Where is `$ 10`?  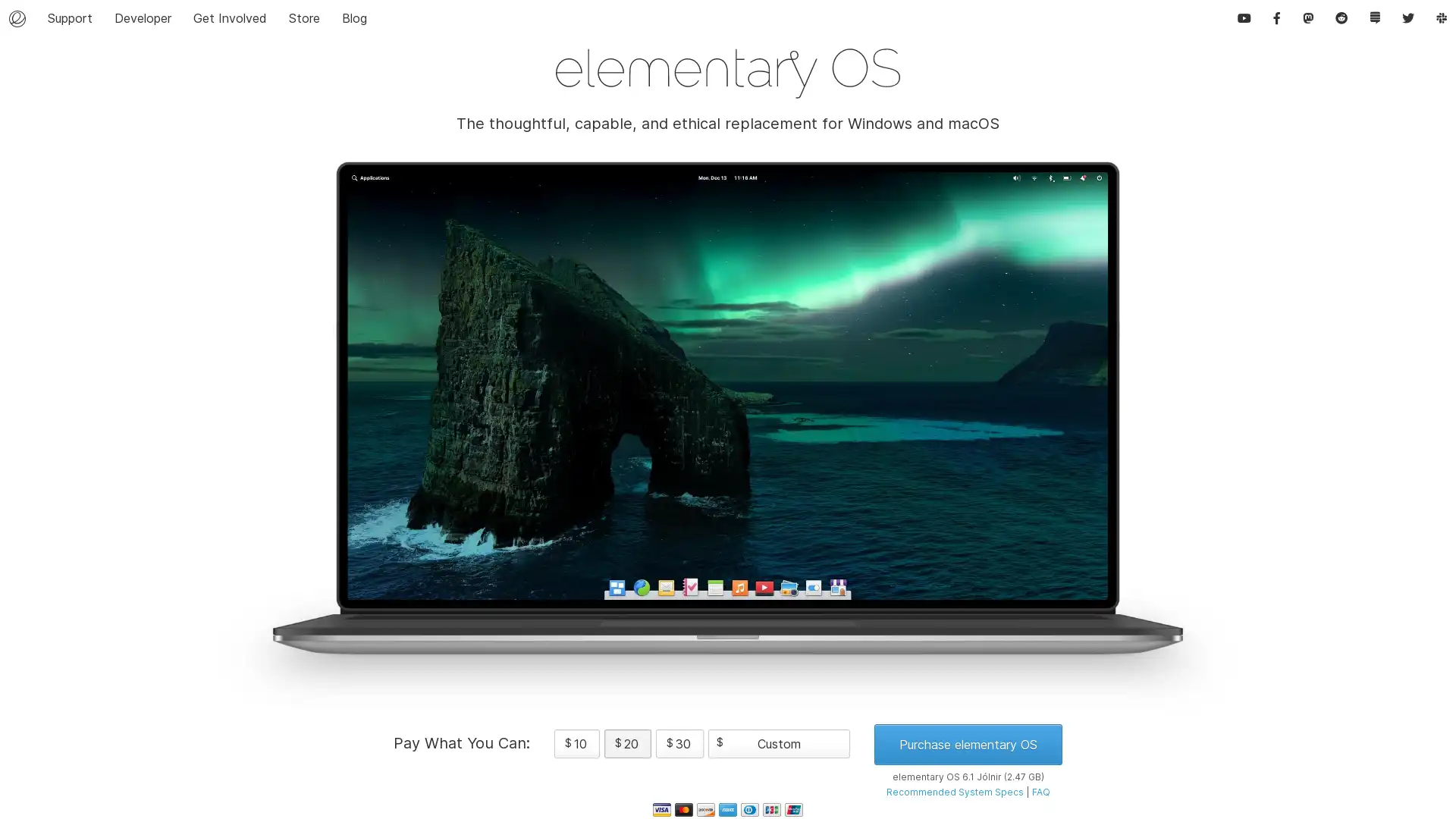
$ 10 is located at coordinates (576, 742).